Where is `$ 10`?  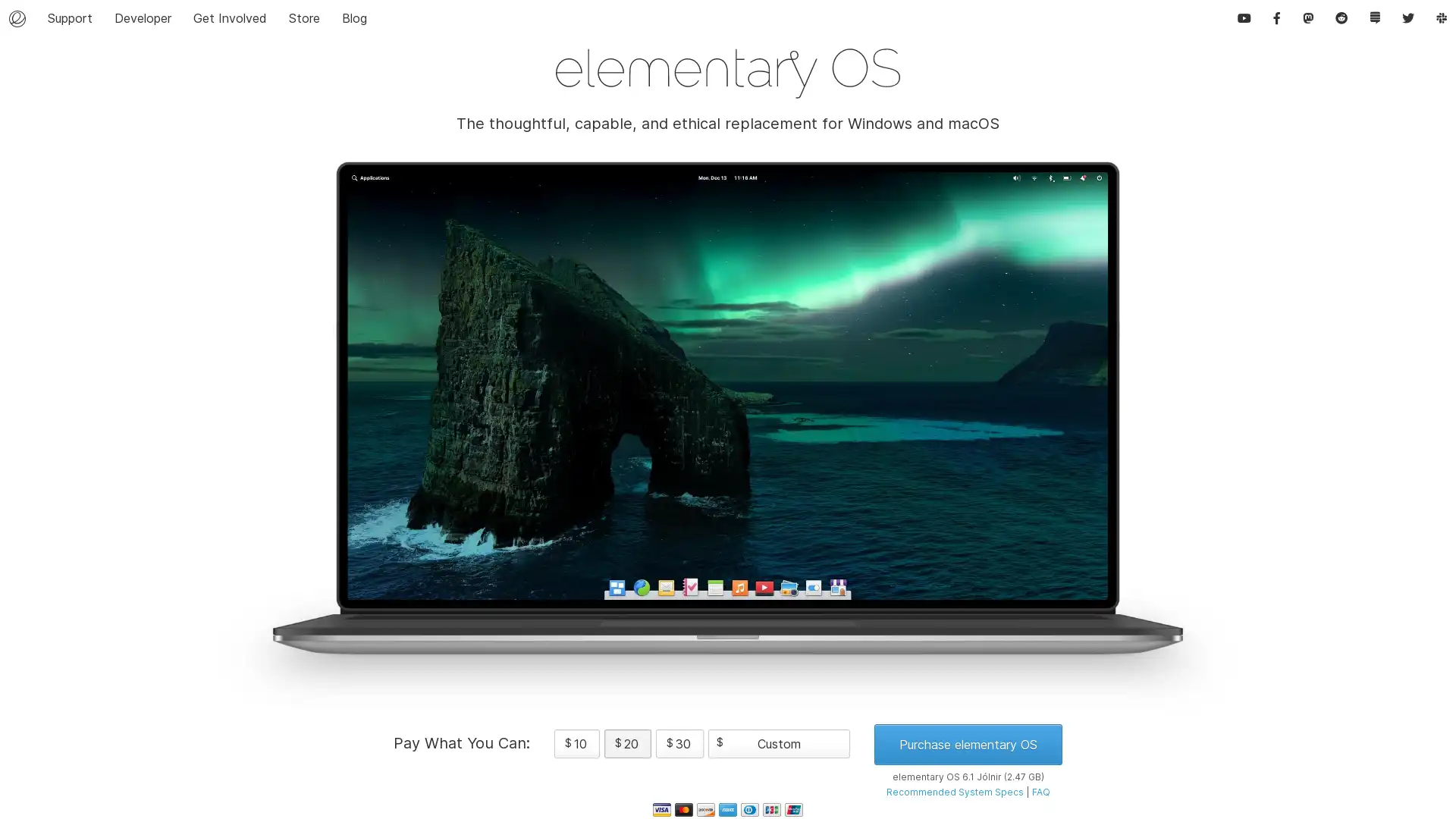
$ 10 is located at coordinates (576, 742).